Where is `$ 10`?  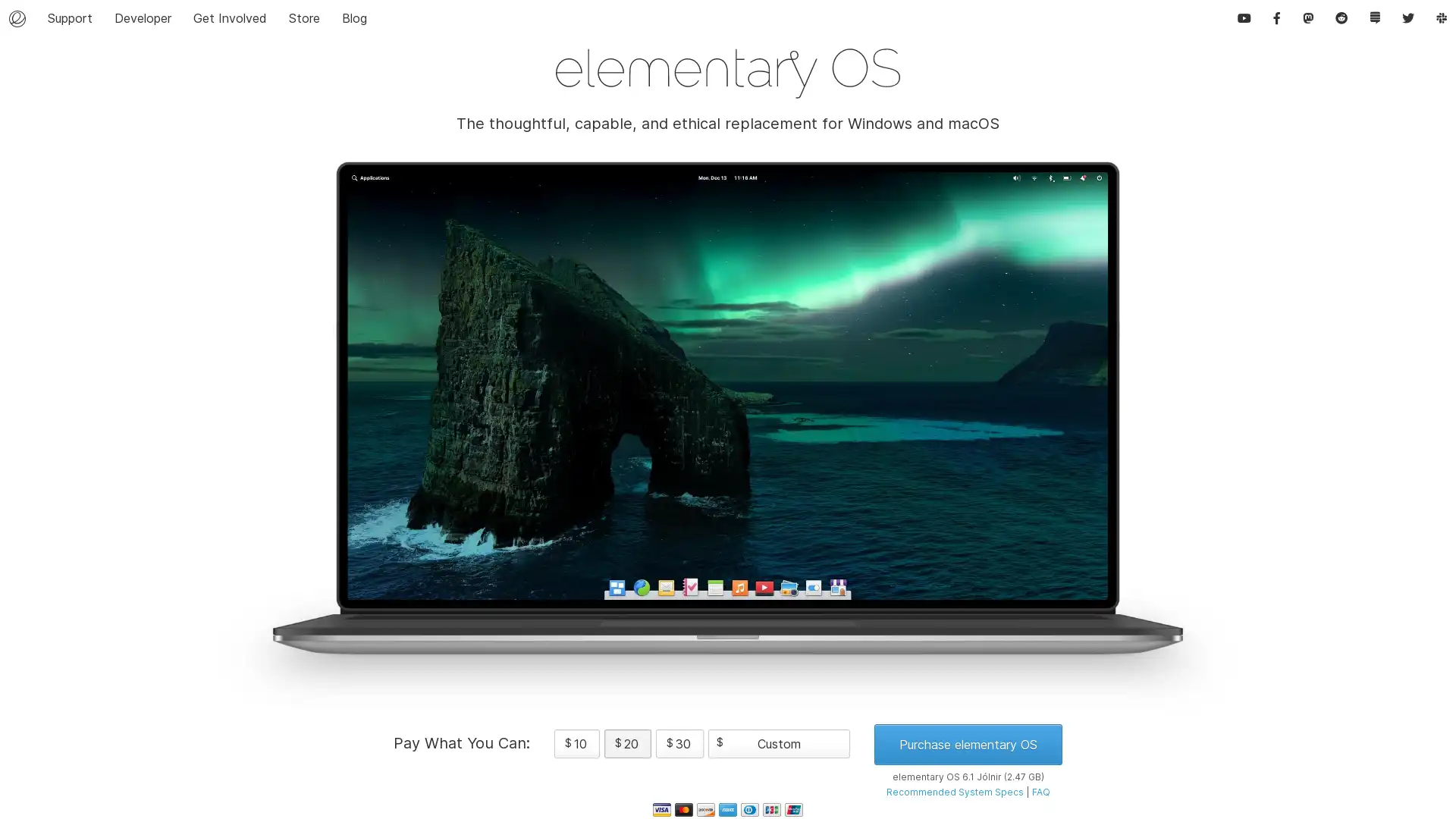
$ 10 is located at coordinates (576, 742).